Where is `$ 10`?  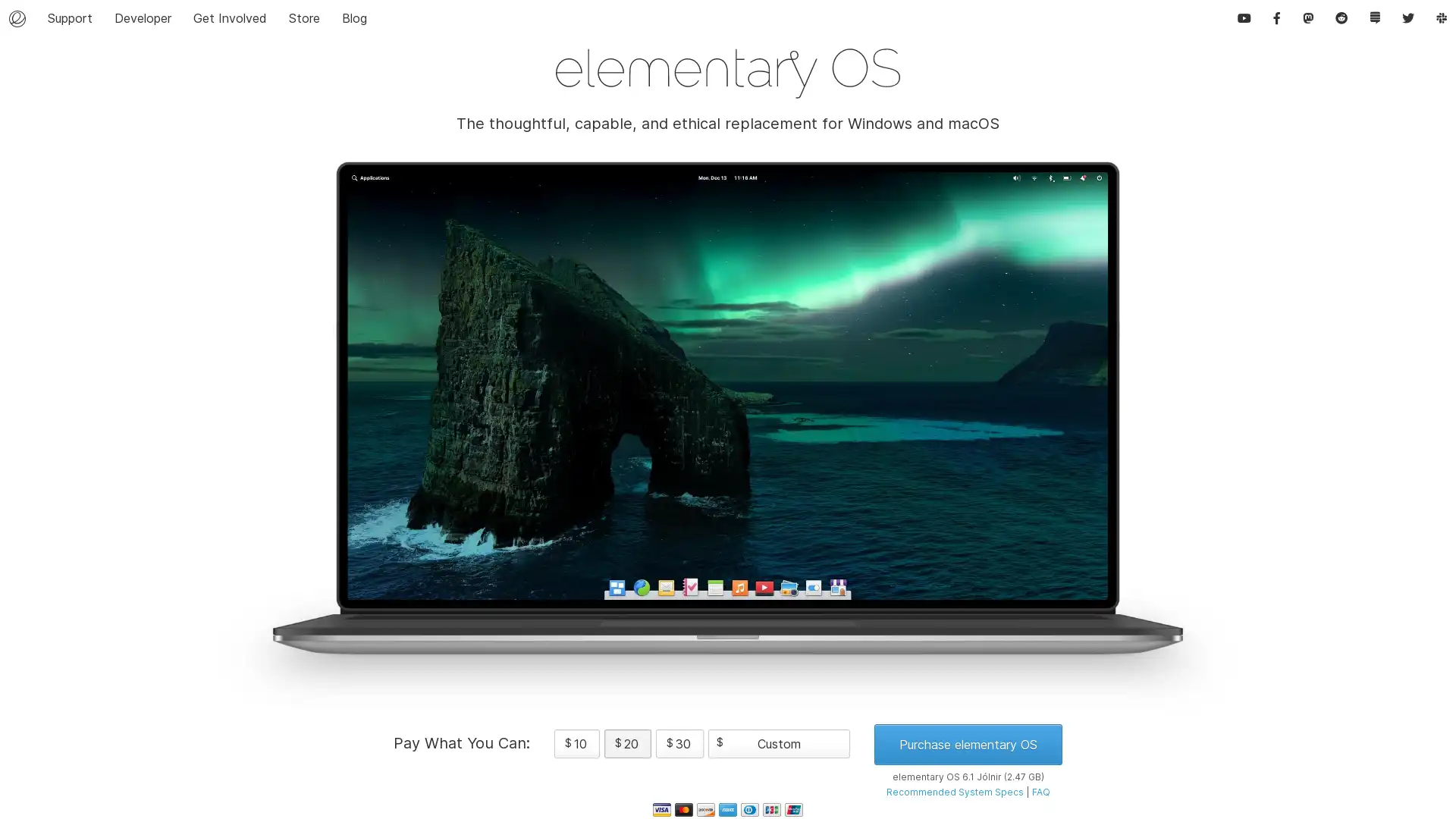
$ 10 is located at coordinates (576, 742).